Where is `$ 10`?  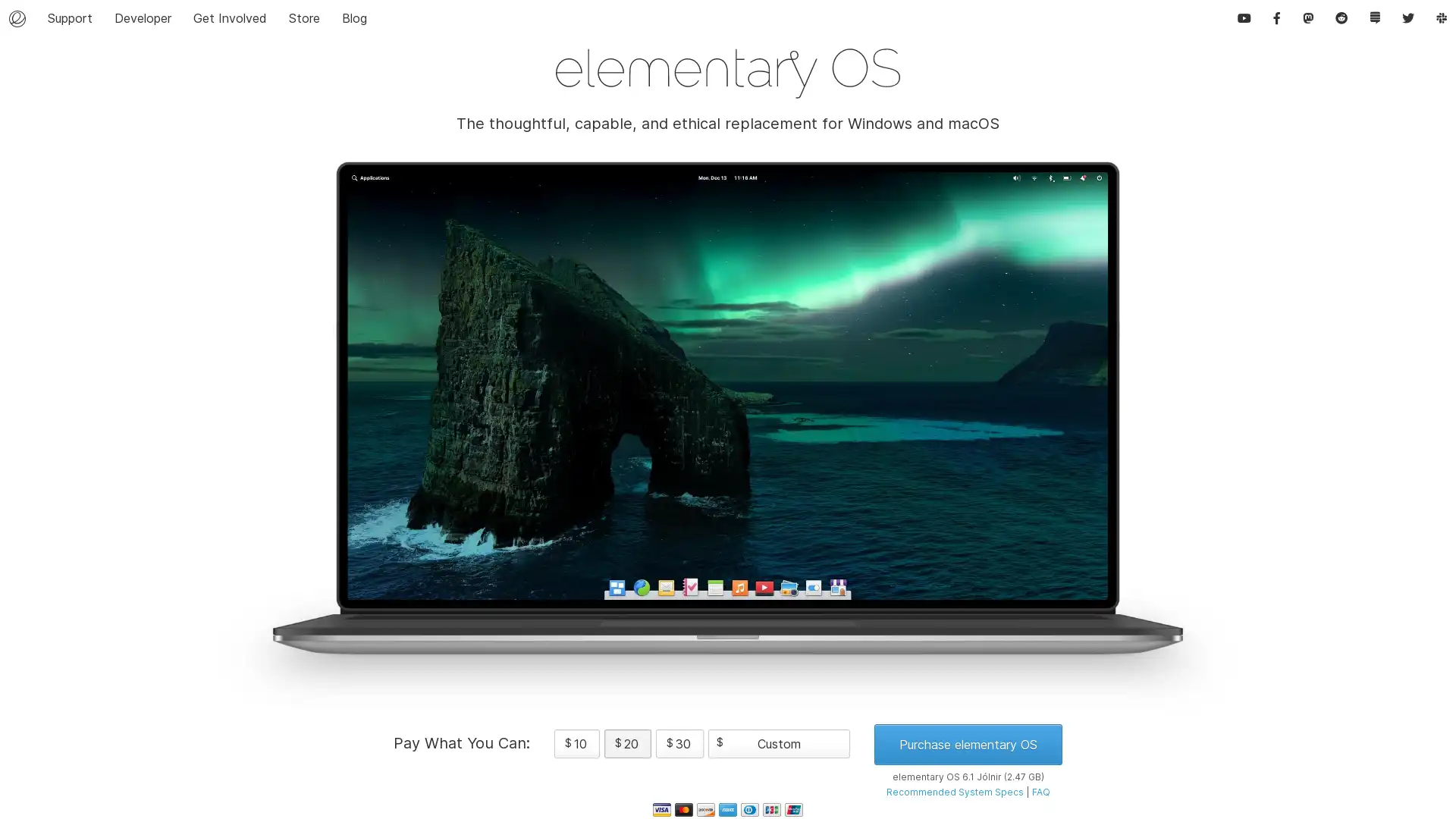
$ 10 is located at coordinates (576, 742).